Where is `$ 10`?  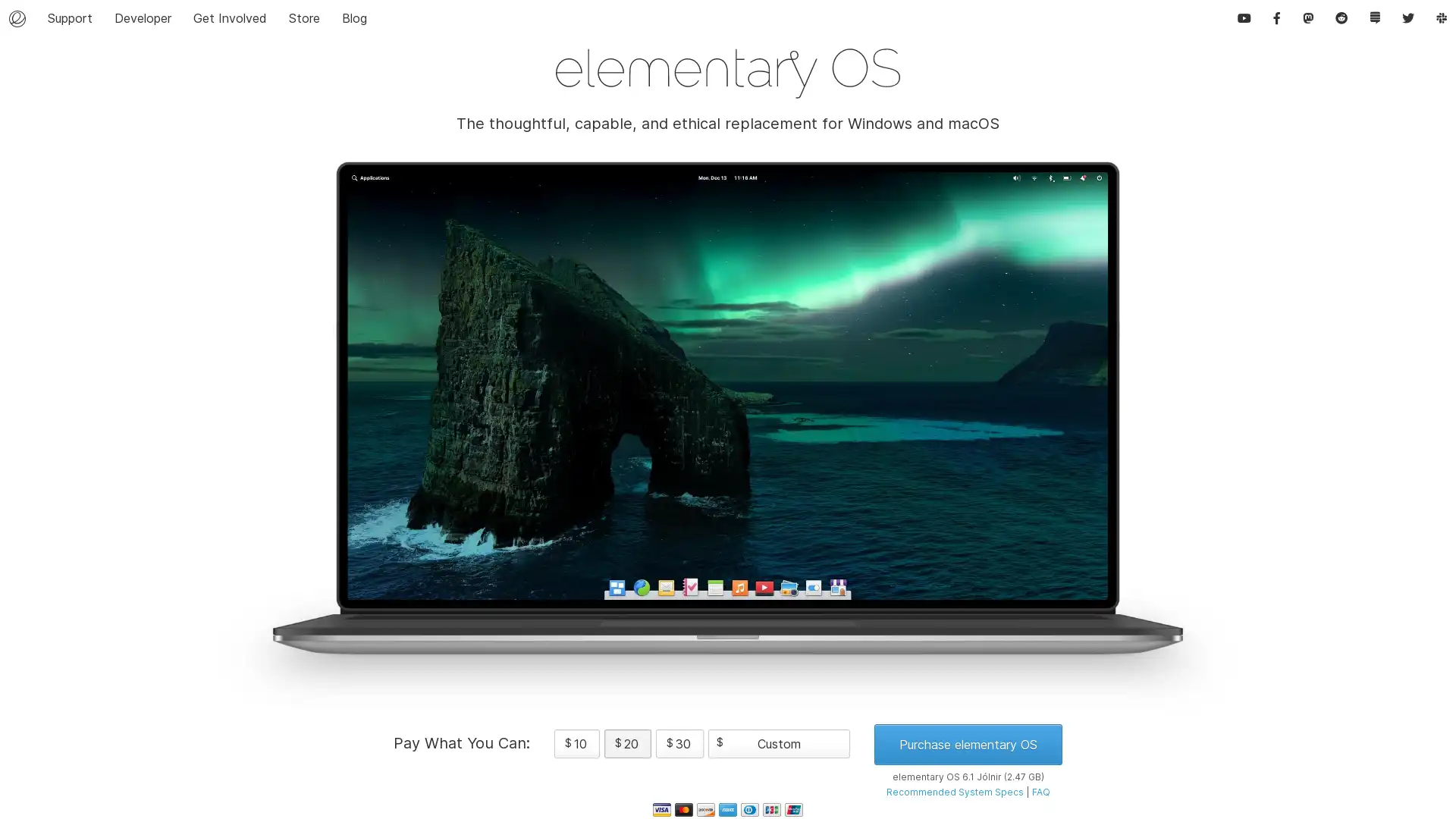
$ 10 is located at coordinates (576, 742).